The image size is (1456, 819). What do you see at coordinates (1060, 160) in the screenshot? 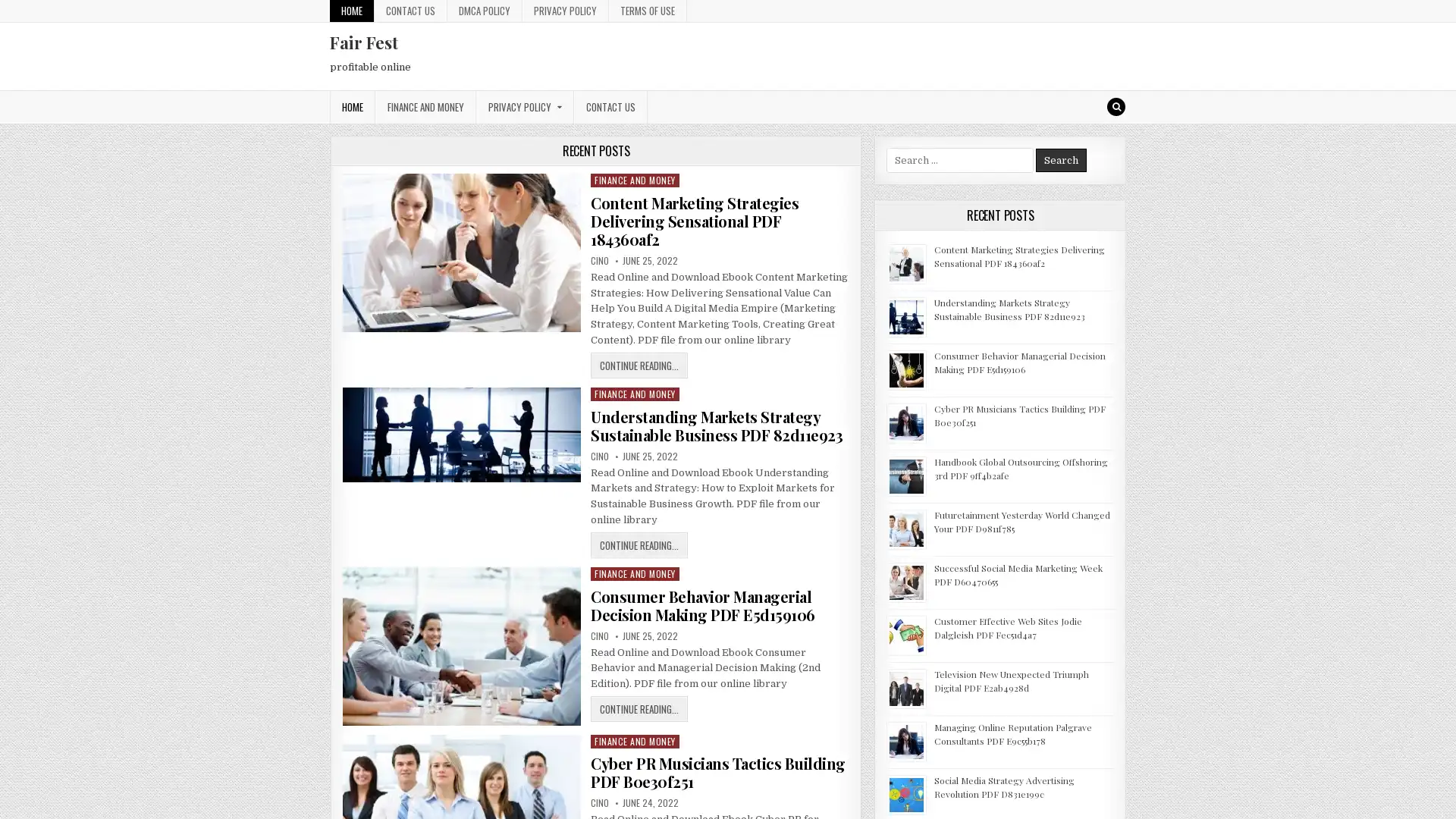
I see `Search` at bounding box center [1060, 160].